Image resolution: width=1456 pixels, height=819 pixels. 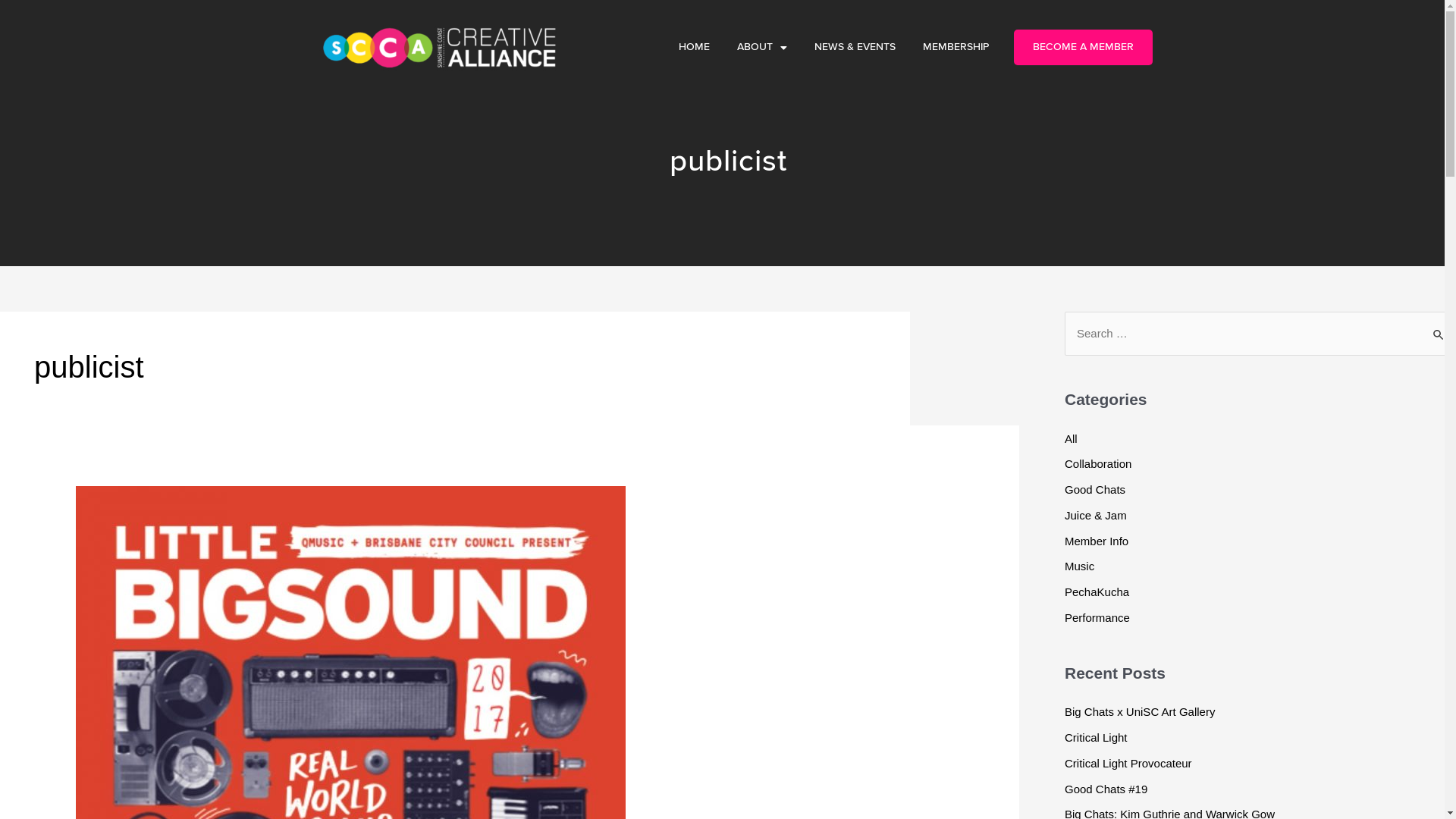 I want to click on 'Juice & Jam', so click(x=1095, y=514).